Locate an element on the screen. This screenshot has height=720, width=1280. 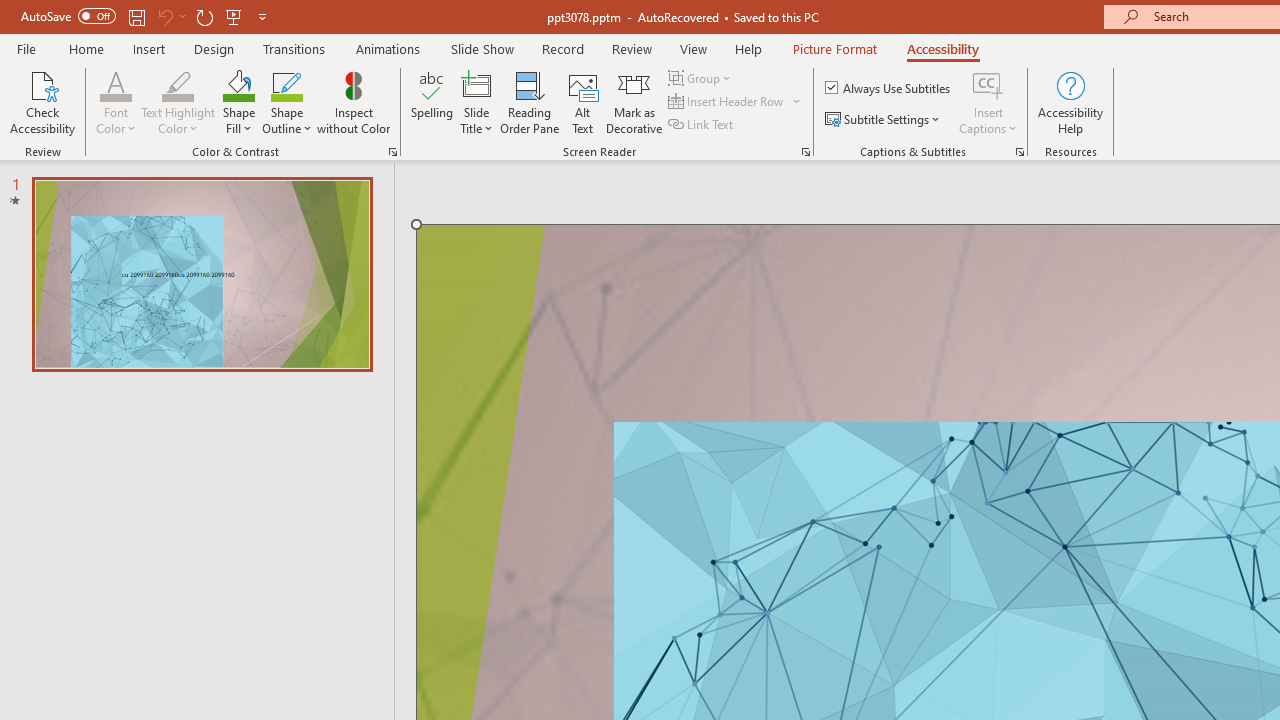
'Subtitle Settings' is located at coordinates (883, 119).